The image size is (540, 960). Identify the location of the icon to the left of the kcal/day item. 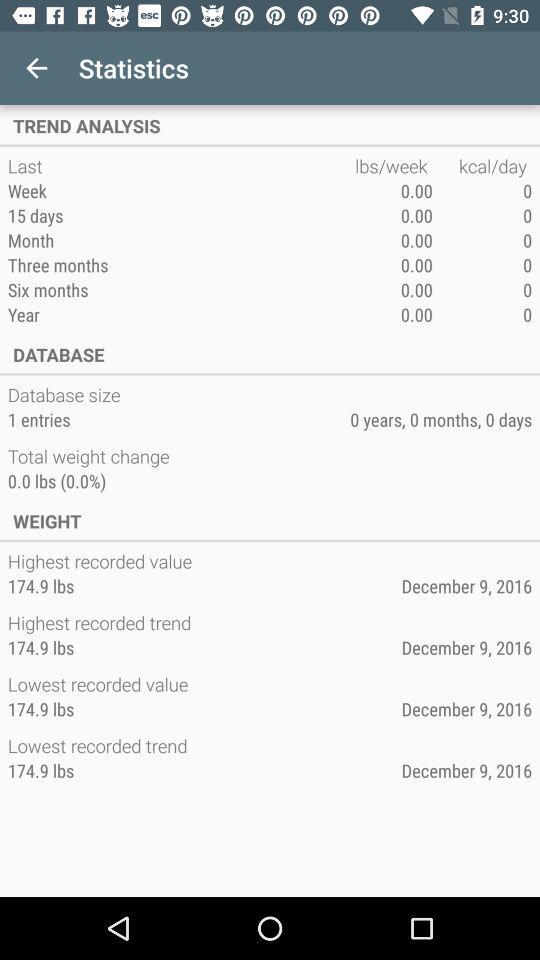
(393, 165).